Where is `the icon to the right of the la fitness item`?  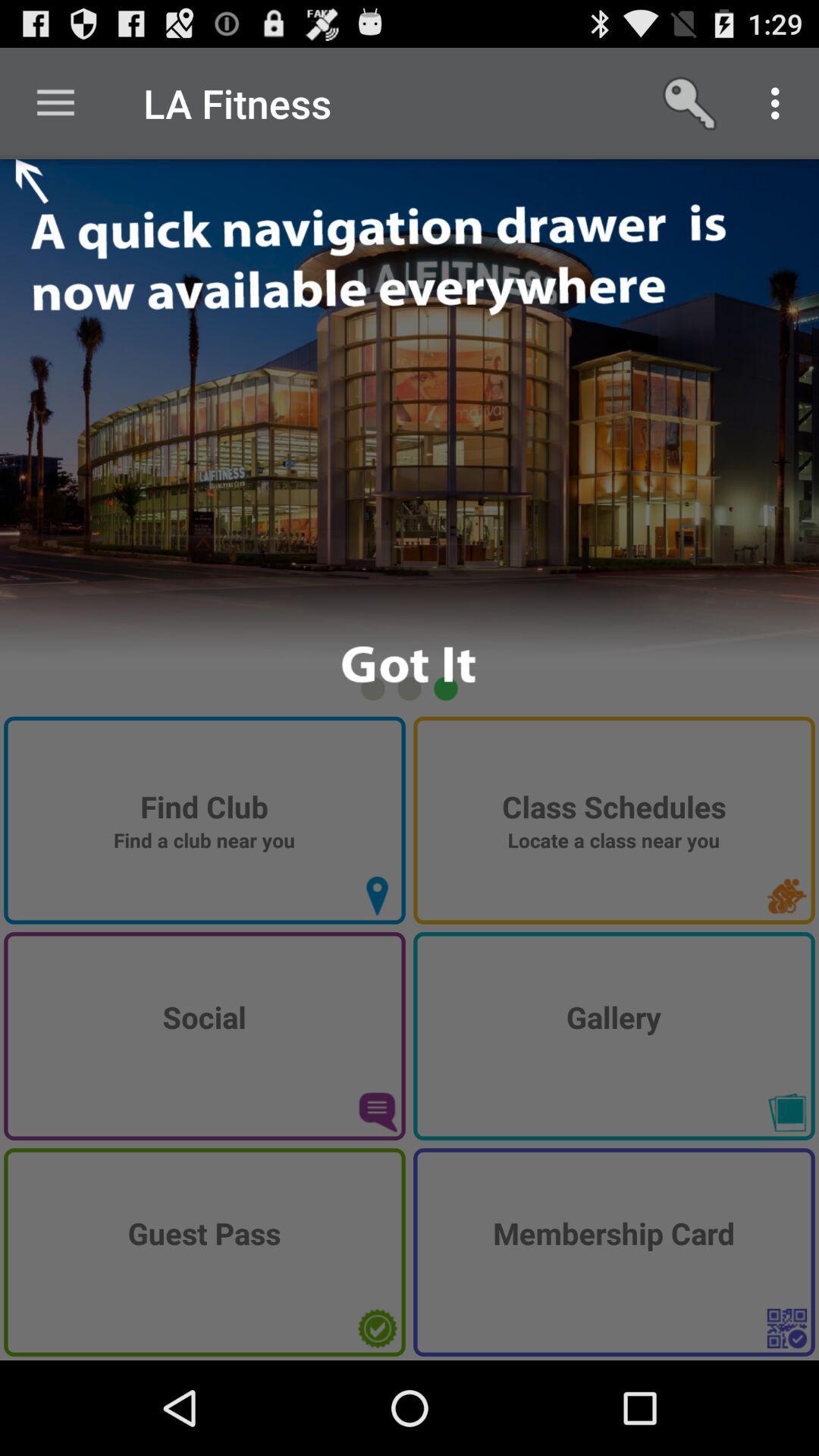
the icon to the right of the la fitness item is located at coordinates (691, 102).